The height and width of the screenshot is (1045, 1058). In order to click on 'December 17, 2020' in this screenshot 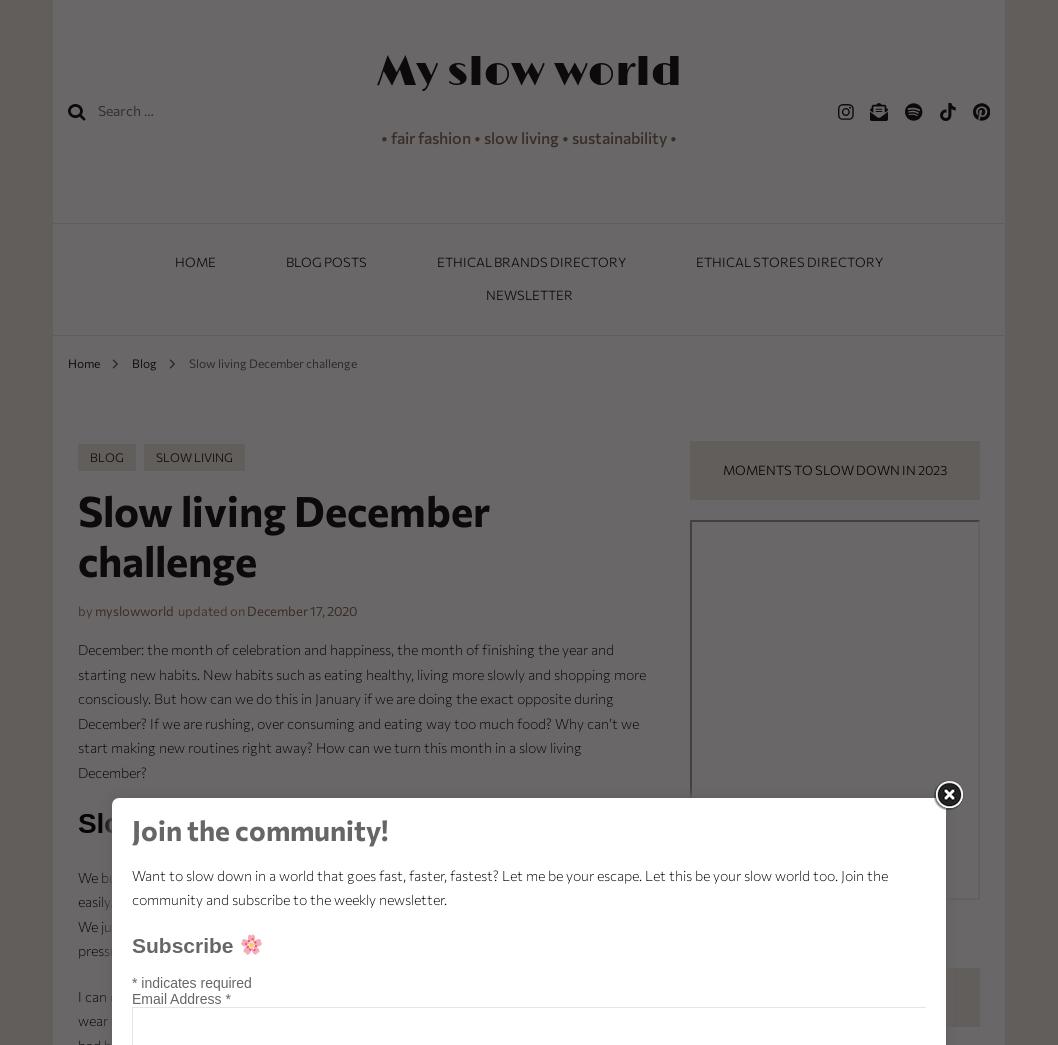, I will do `click(245, 610)`.